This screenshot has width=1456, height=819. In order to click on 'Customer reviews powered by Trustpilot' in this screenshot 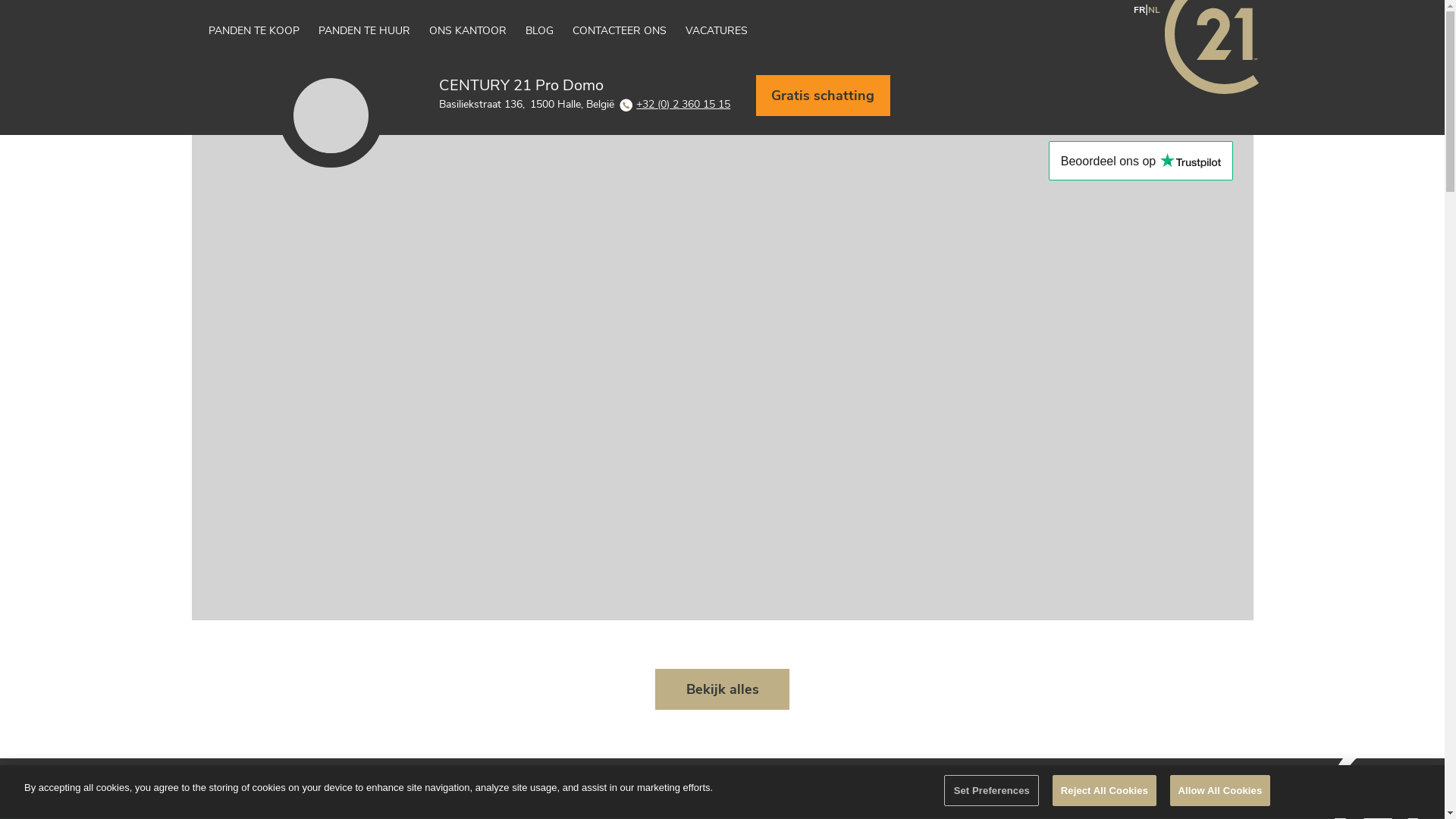, I will do `click(1141, 161)`.